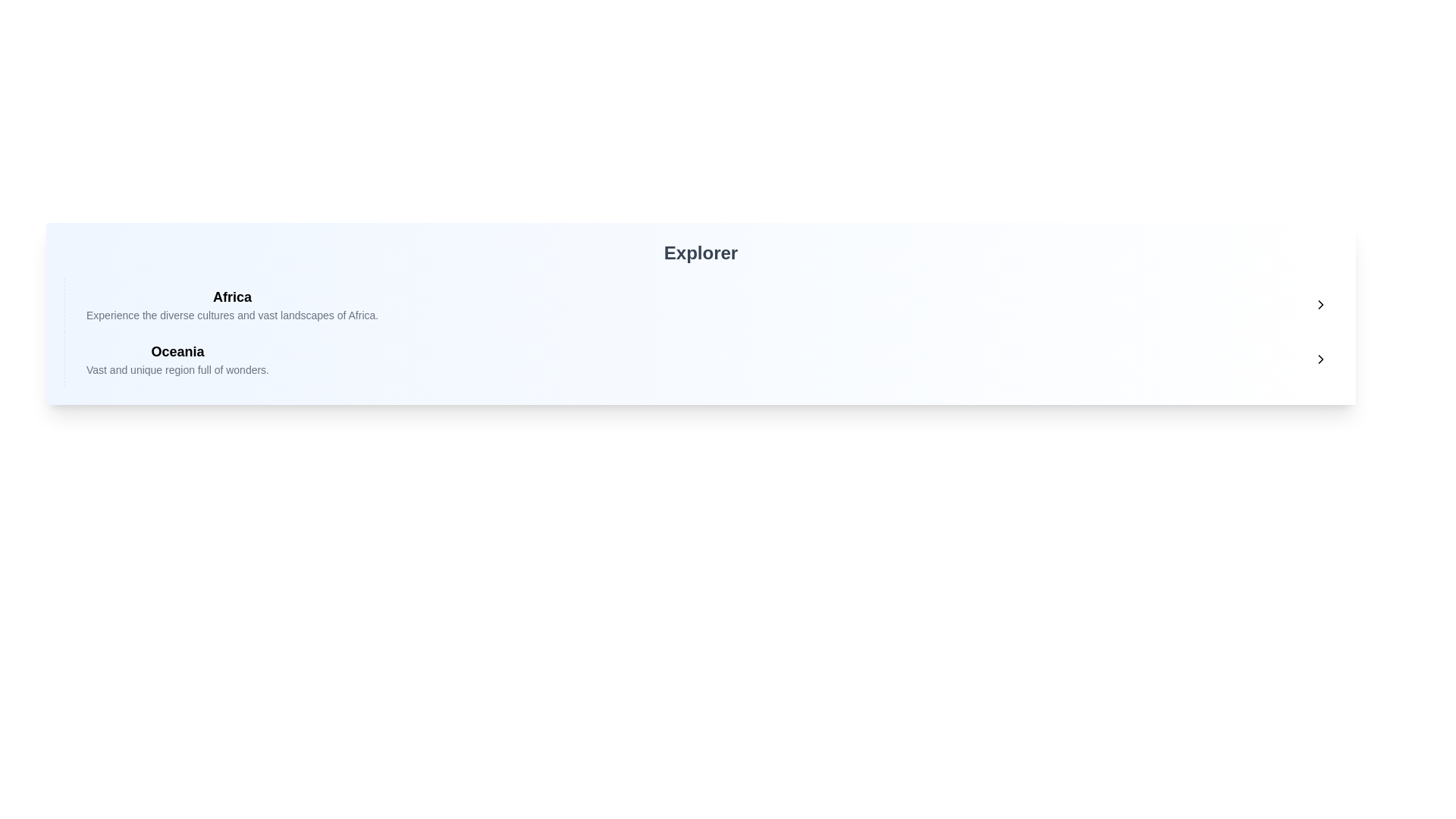 The height and width of the screenshot is (819, 1456). Describe the element at coordinates (1320, 304) in the screenshot. I see `the navigation chevron icon located near the right margin of the 'Explorer' section box` at that location.